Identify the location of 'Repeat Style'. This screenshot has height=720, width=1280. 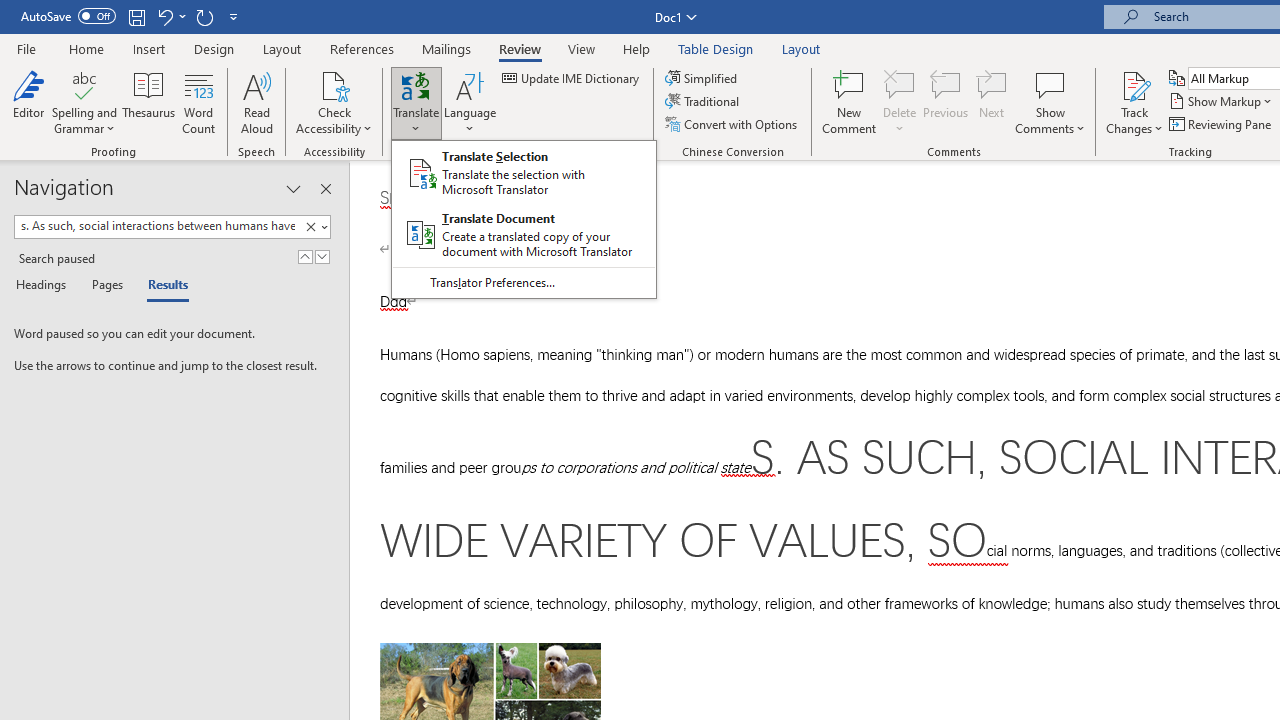
(204, 16).